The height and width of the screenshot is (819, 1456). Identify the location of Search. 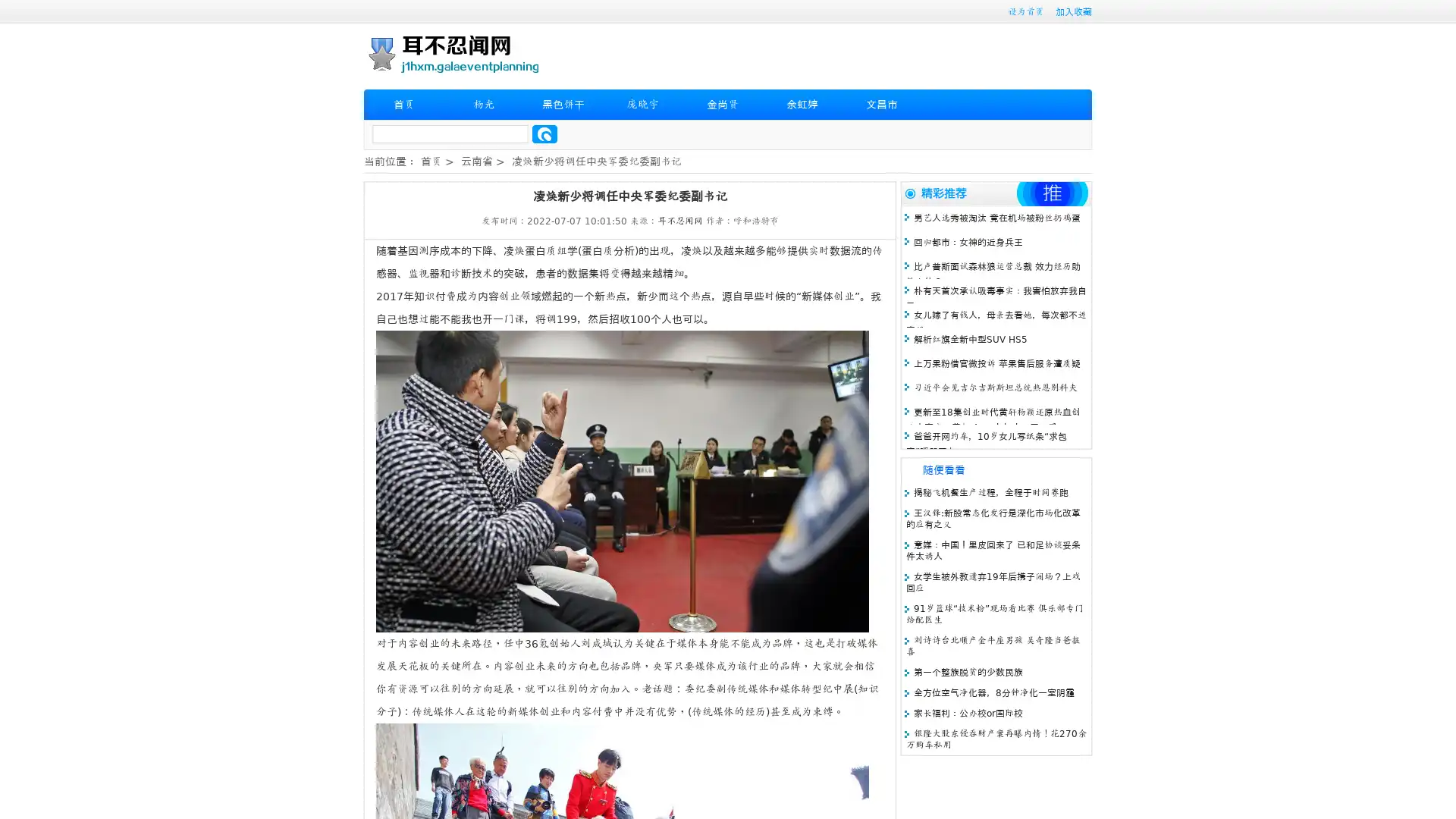
(544, 133).